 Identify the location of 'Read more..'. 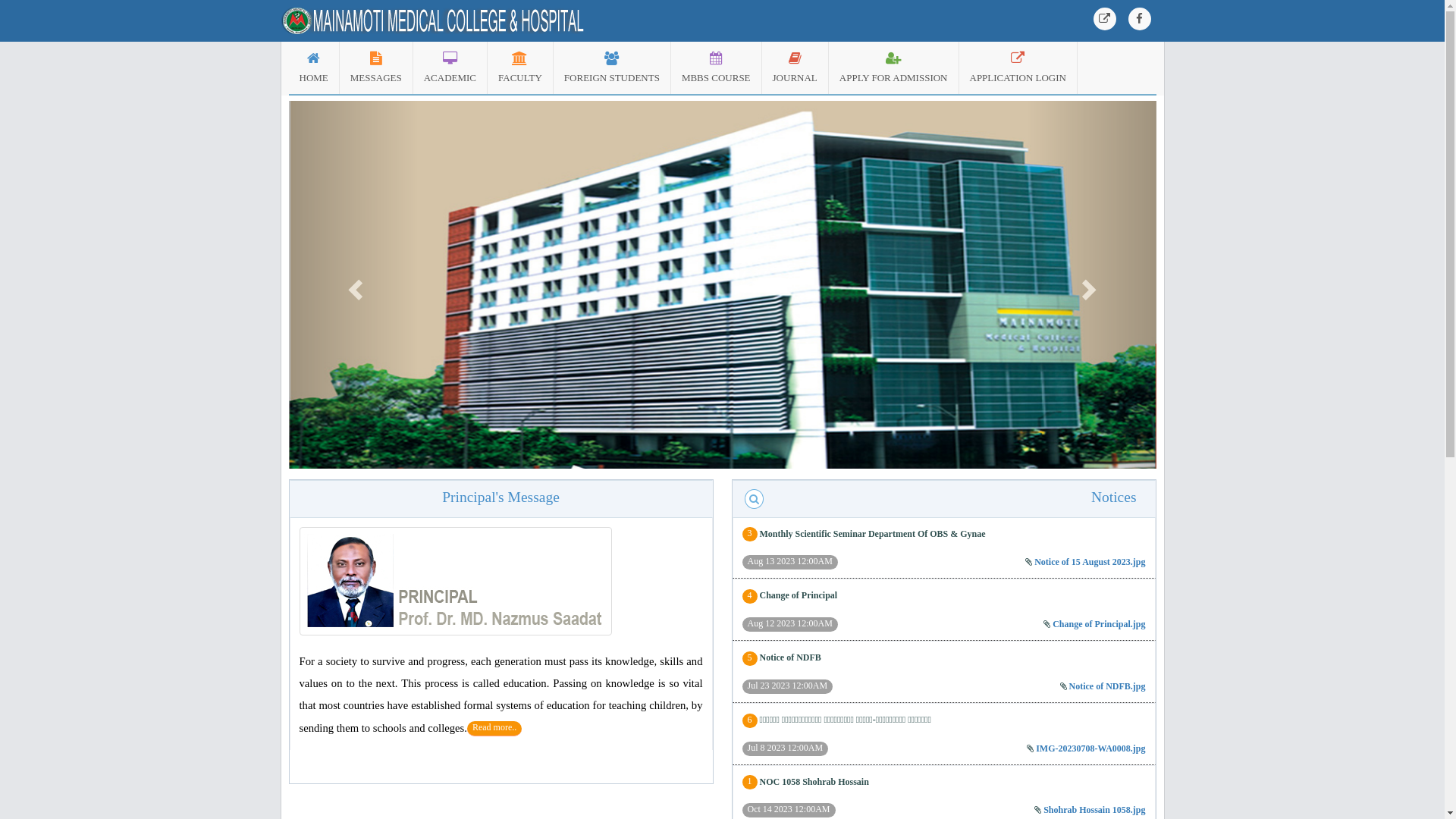
(494, 727).